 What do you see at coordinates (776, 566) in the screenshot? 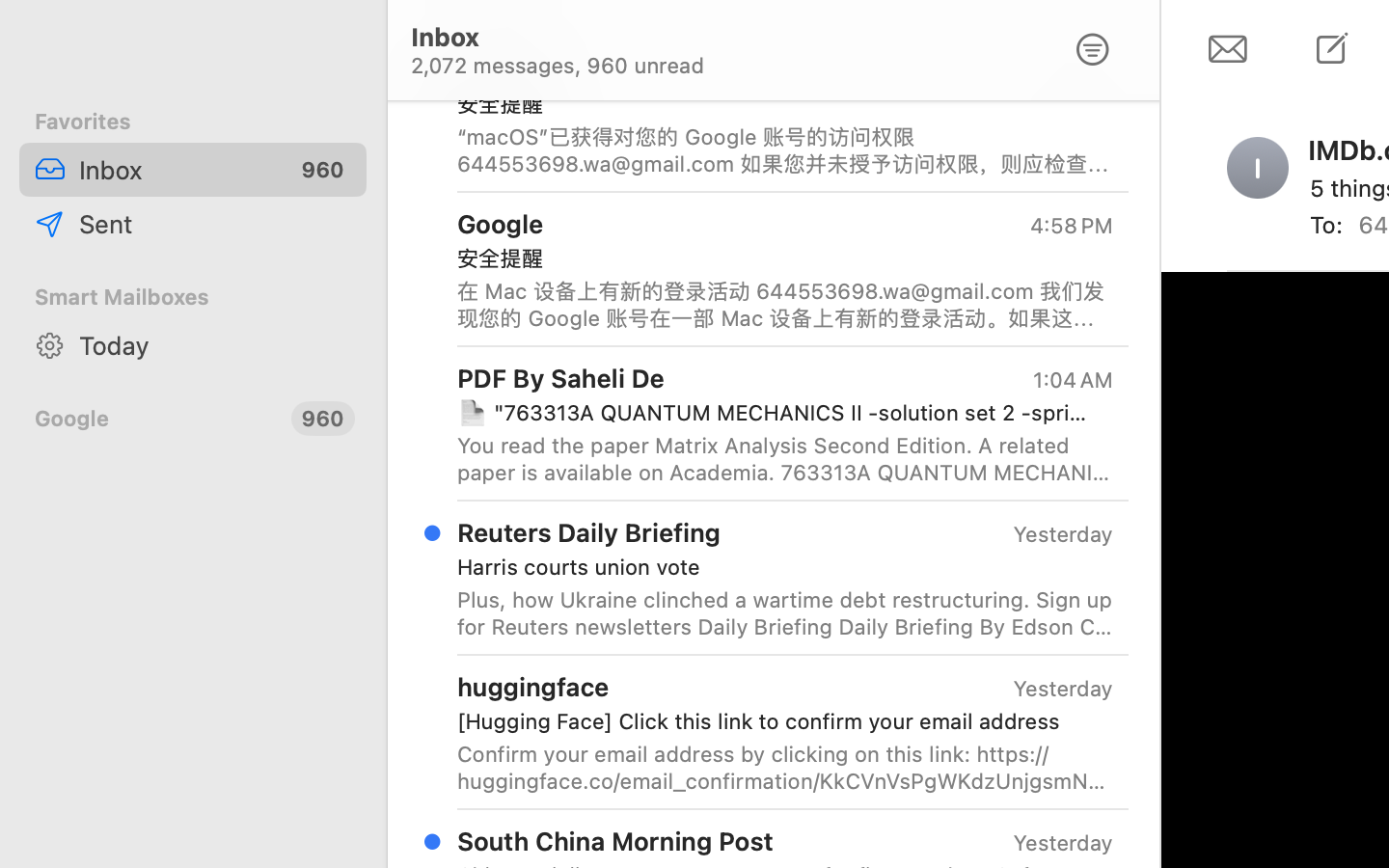
I see `'Harris courts union vote'` at bounding box center [776, 566].